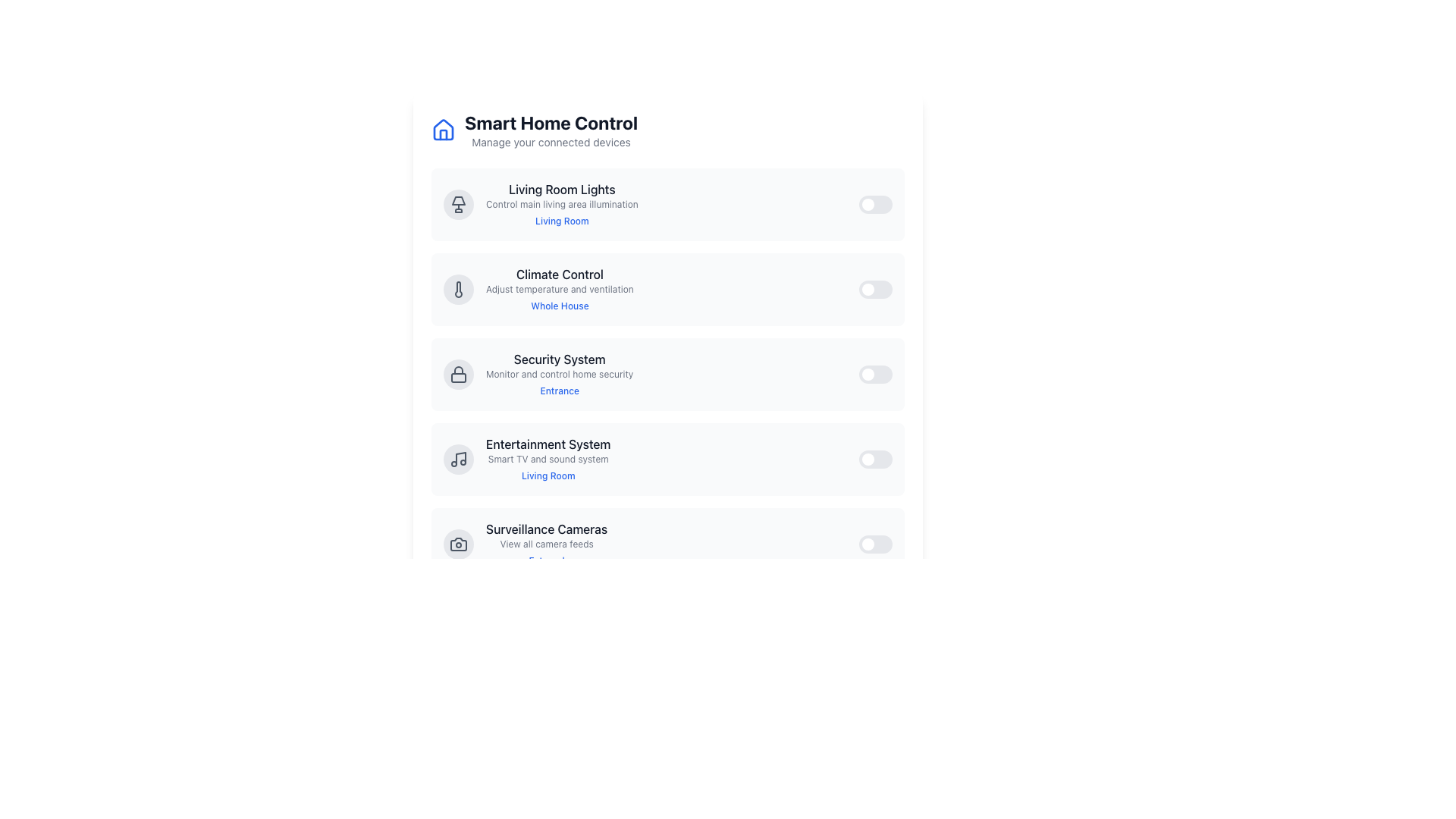  What do you see at coordinates (876, 543) in the screenshot?
I see `the toggle switch located in the bottom-right area of the 'Surveillance Cameras' section` at bounding box center [876, 543].